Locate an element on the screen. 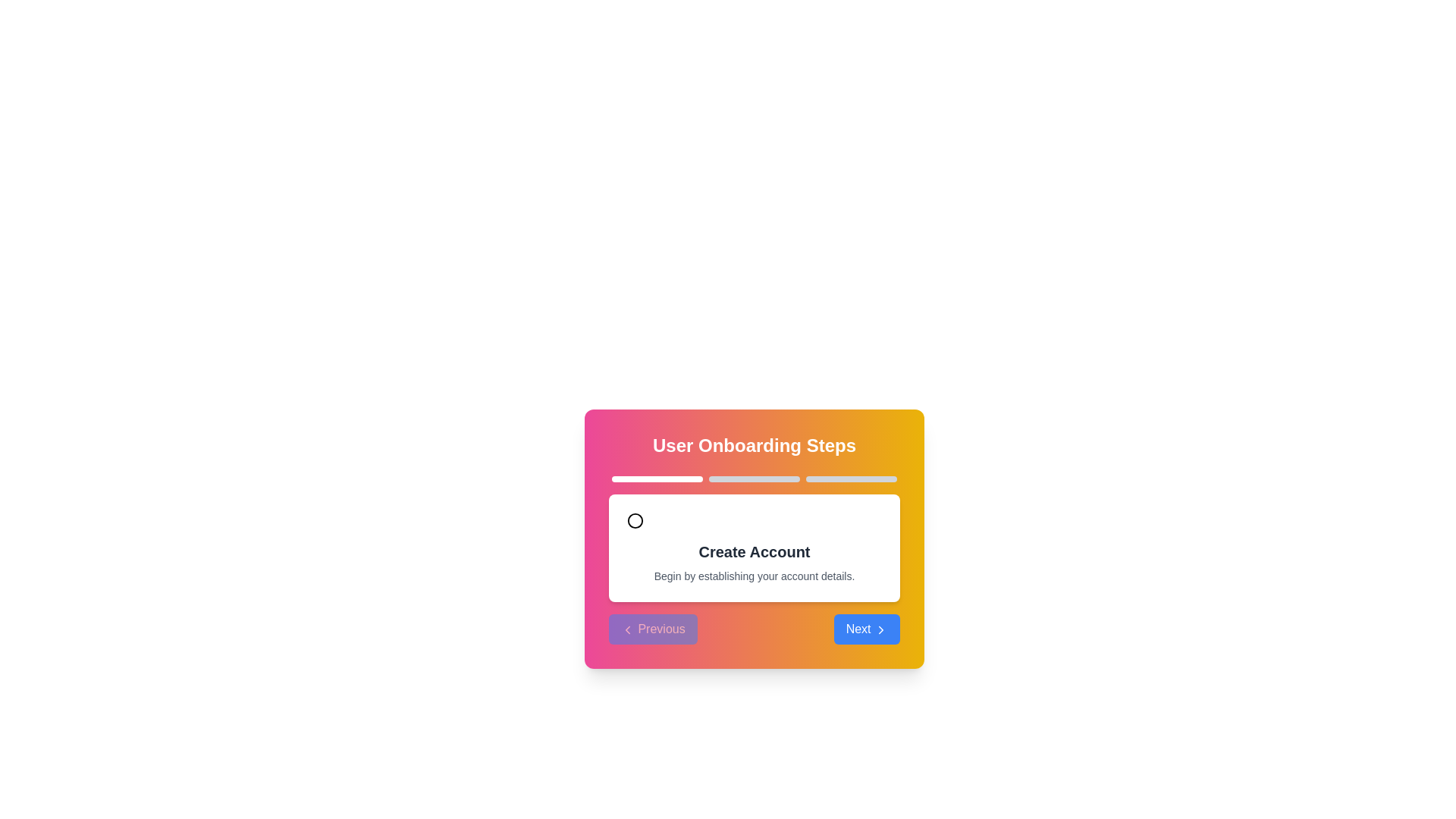 This screenshot has height=819, width=1456. the text label displaying 'User Onboarding Steps' which is prominently positioned at the top of a colorful gradient card is located at coordinates (754, 444).